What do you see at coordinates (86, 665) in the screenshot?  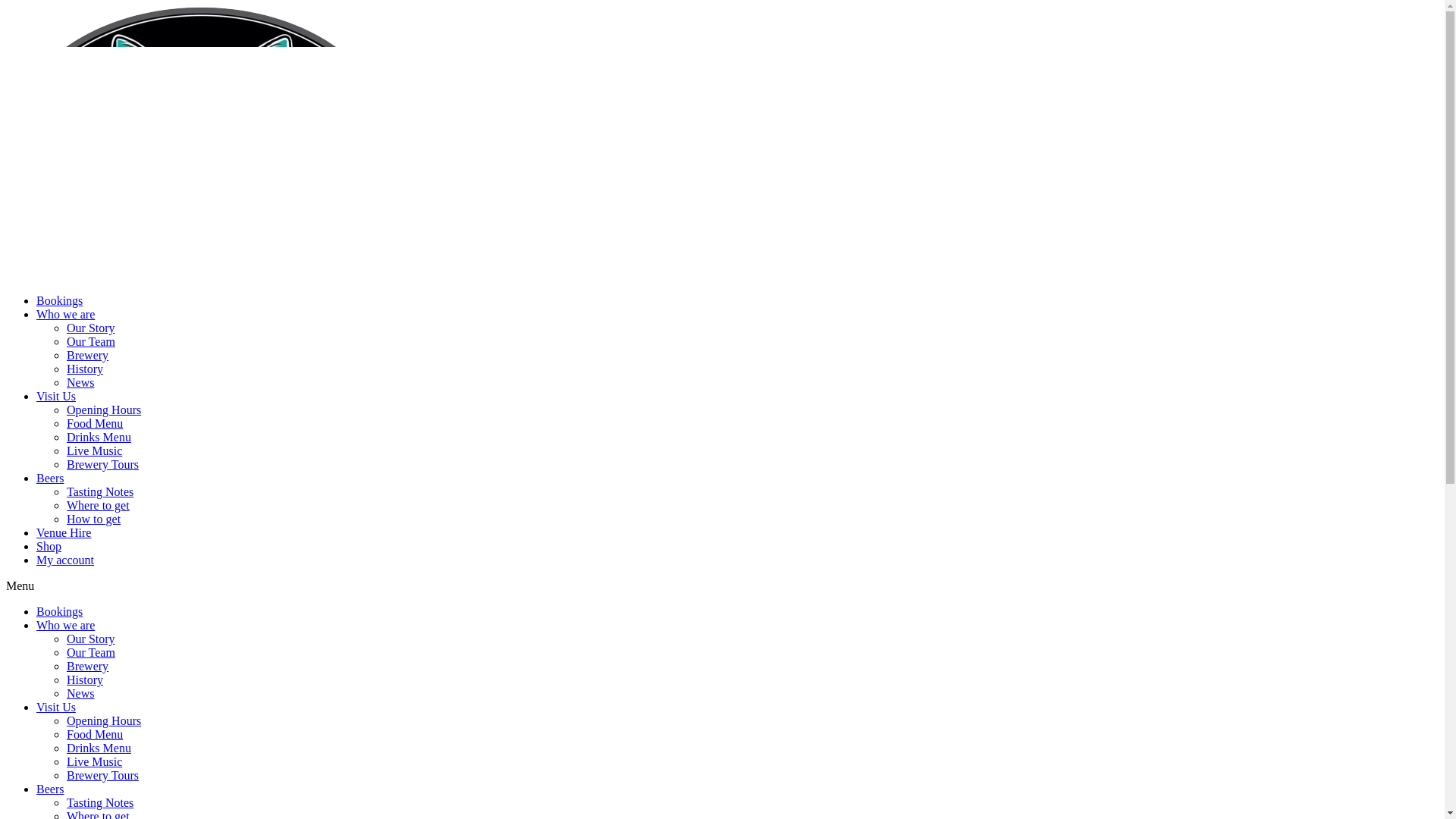 I see `'Brewery'` at bounding box center [86, 665].